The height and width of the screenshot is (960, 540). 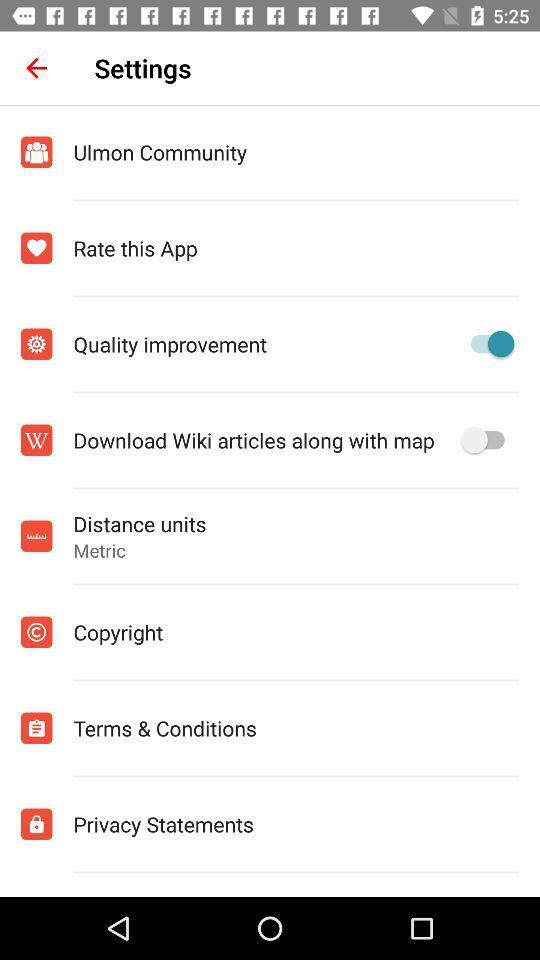 I want to click on the item to the left of the settings icon, so click(x=36, y=68).